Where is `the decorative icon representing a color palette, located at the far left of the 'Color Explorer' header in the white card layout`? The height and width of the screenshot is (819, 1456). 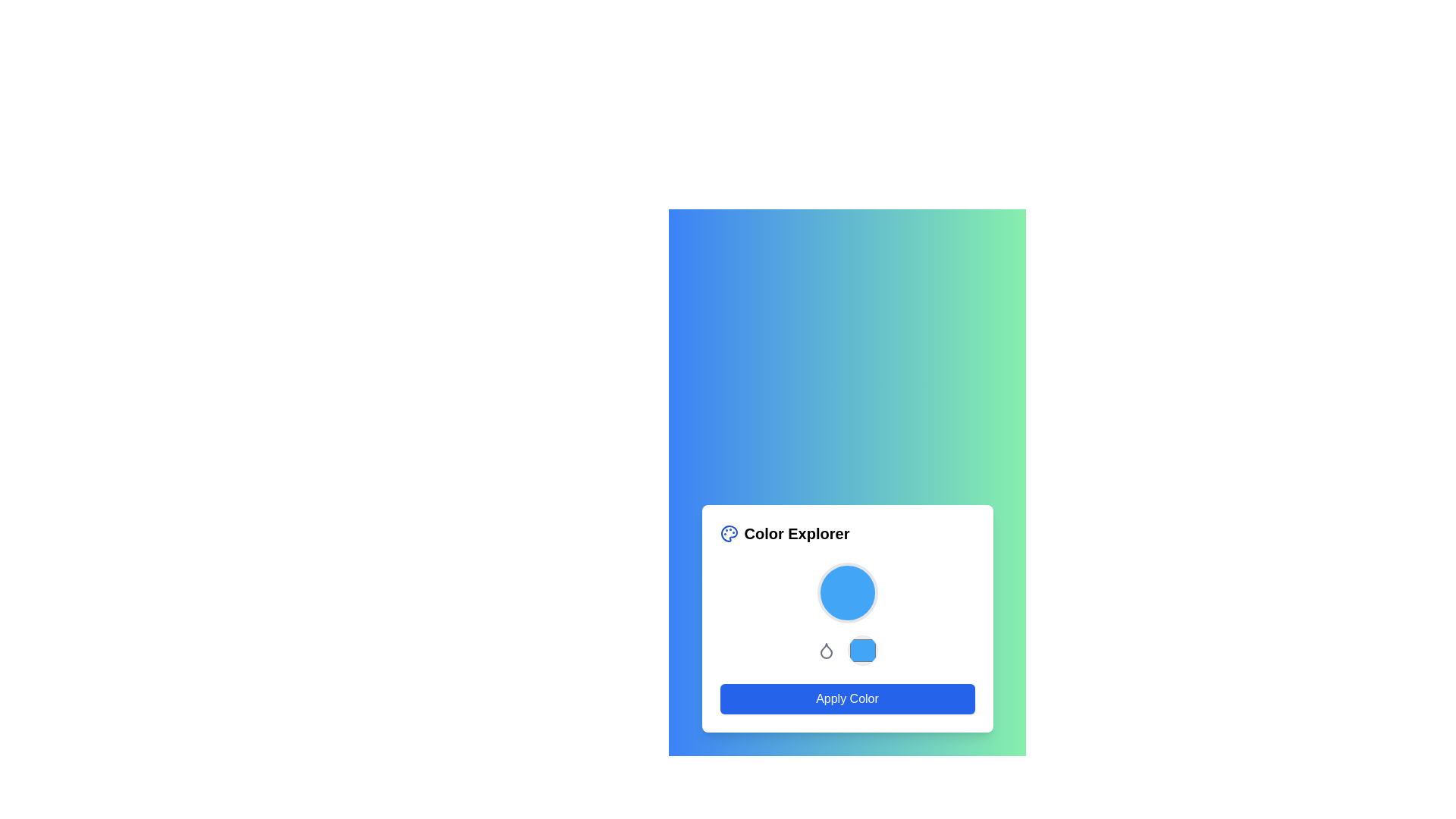
the decorative icon representing a color palette, located at the far left of the 'Color Explorer' header in the white card layout is located at coordinates (729, 533).